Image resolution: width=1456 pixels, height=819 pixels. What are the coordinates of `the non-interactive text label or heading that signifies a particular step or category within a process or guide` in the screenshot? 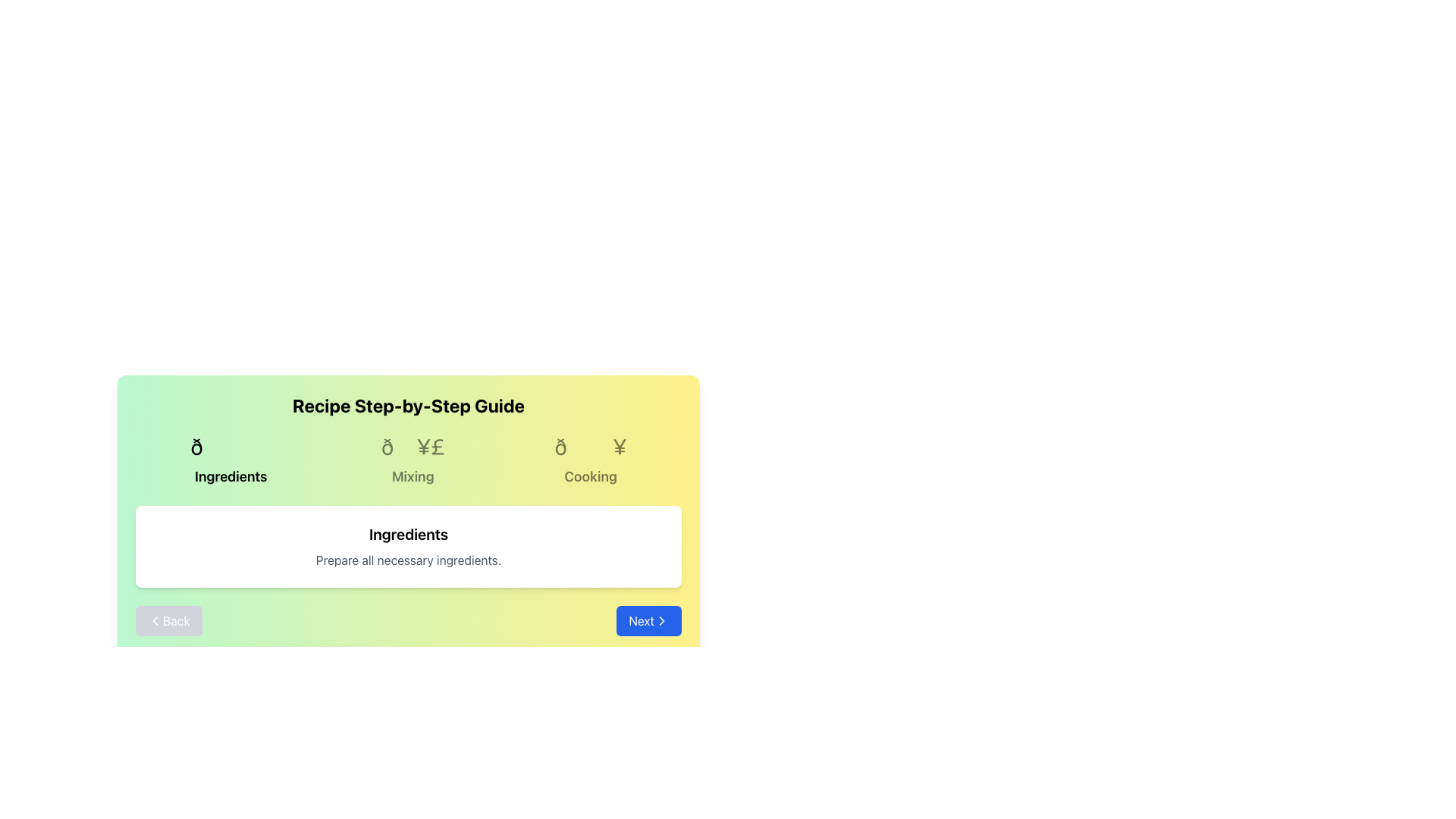 It's located at (413, 475).